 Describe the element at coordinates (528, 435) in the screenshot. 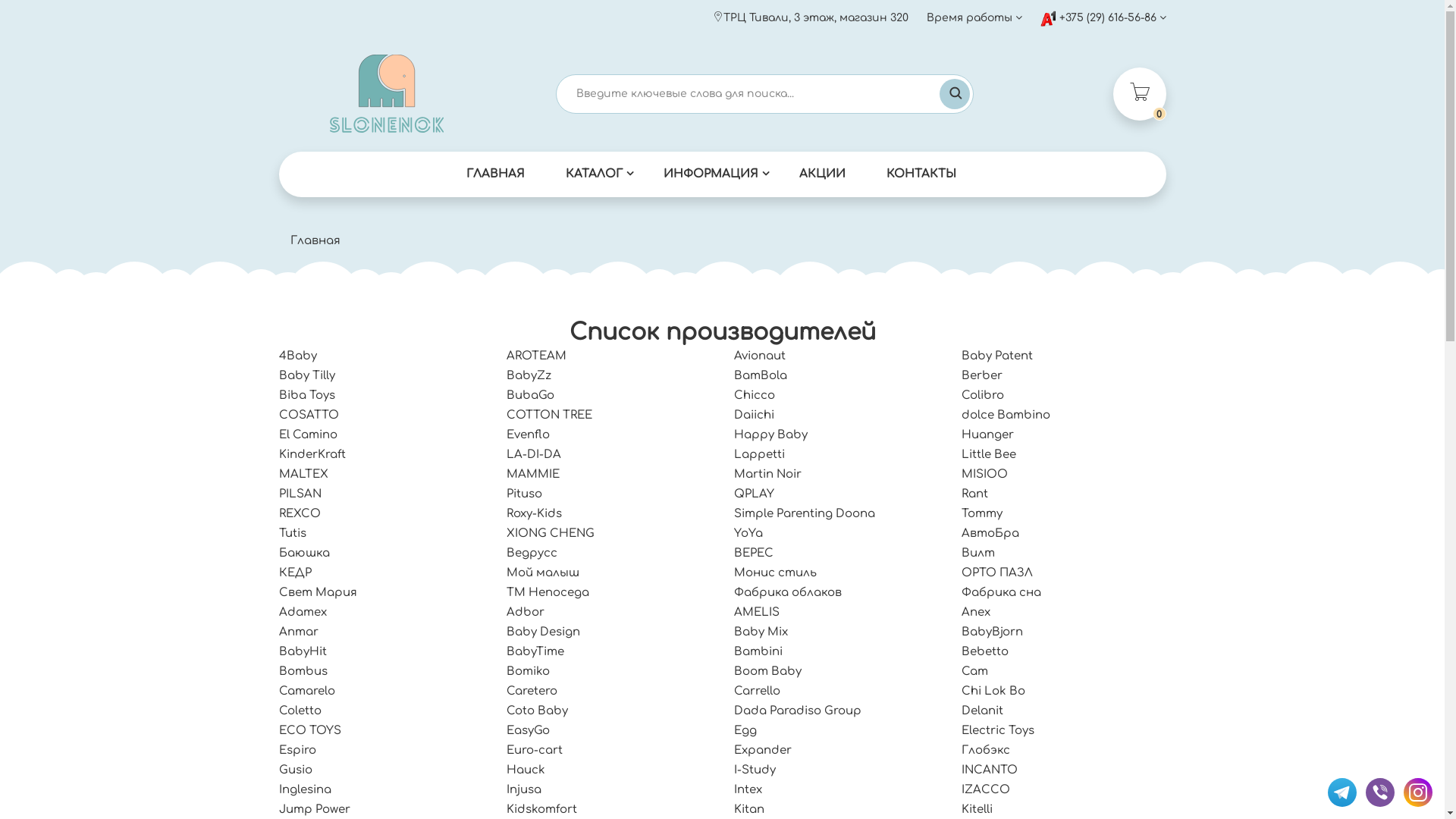

I see `'Evenflo'` at that location.